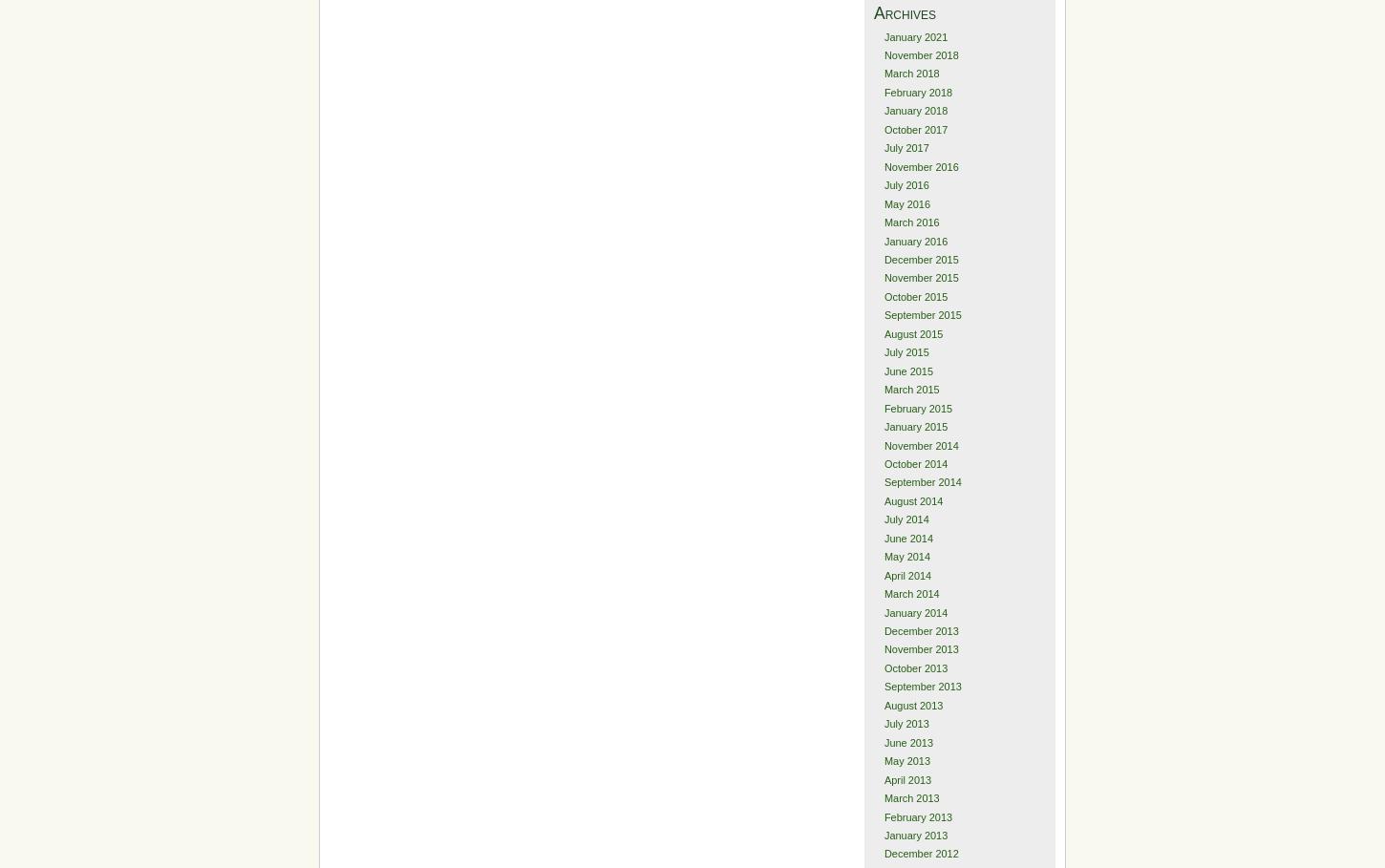  Describe the element at coordinates (921, 314) in the screenshot. I see `'September 2015'` at that location.